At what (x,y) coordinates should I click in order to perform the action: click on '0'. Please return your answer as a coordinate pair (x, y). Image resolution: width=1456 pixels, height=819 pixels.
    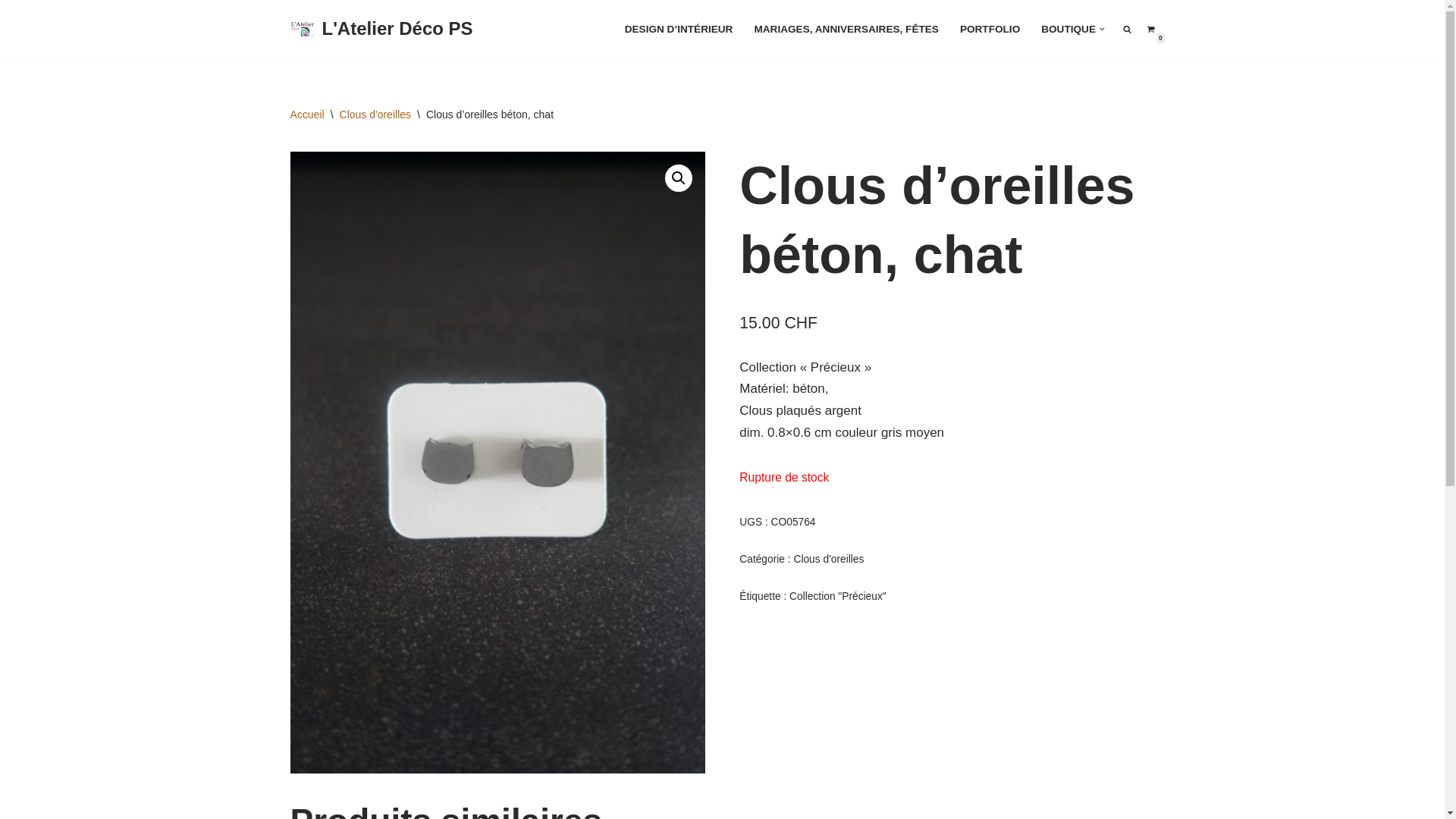
    Looking at the image, I should click on (1147, 29).